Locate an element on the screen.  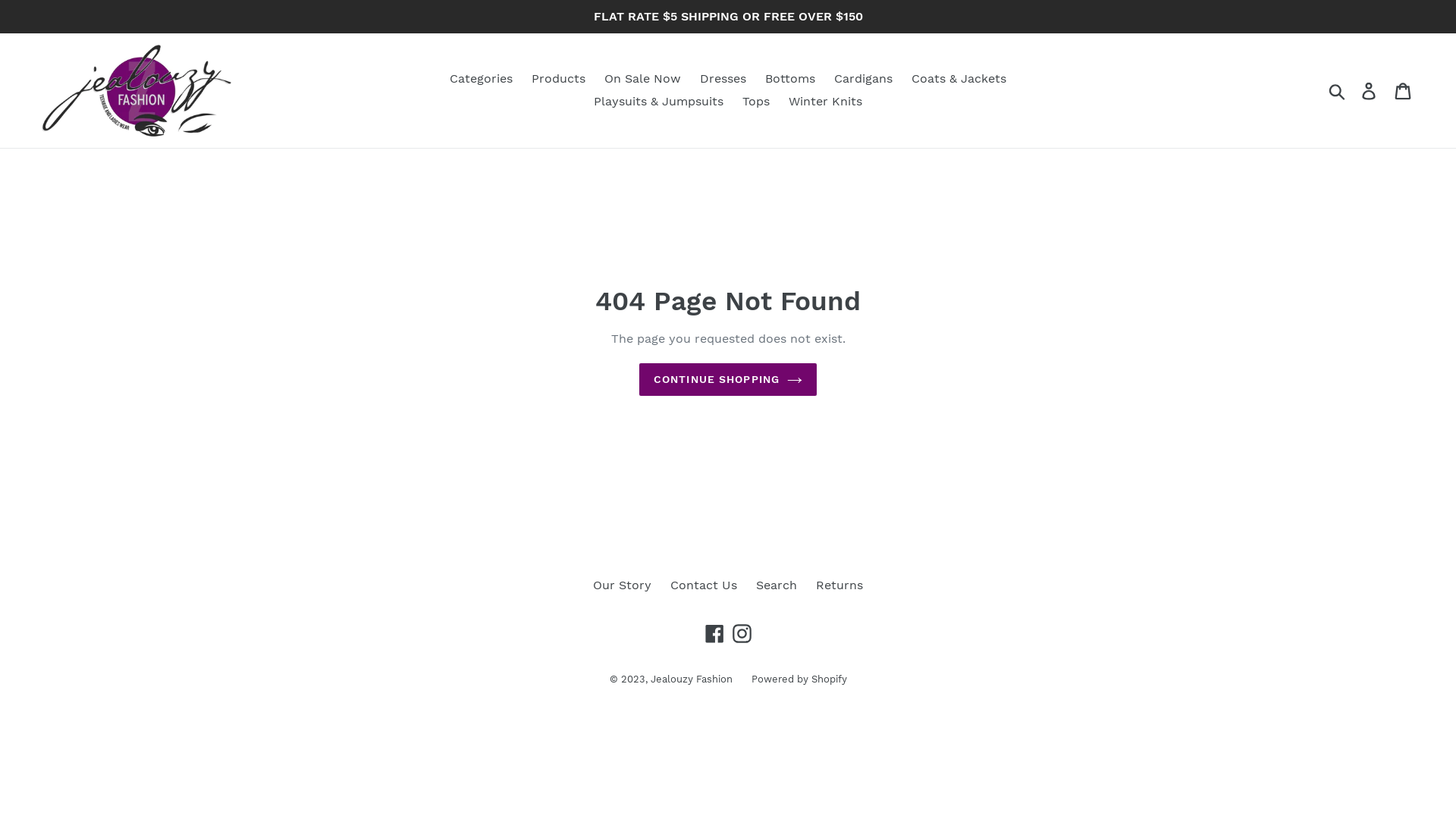
'On Sale Now' is located at coordinates (596, 79).